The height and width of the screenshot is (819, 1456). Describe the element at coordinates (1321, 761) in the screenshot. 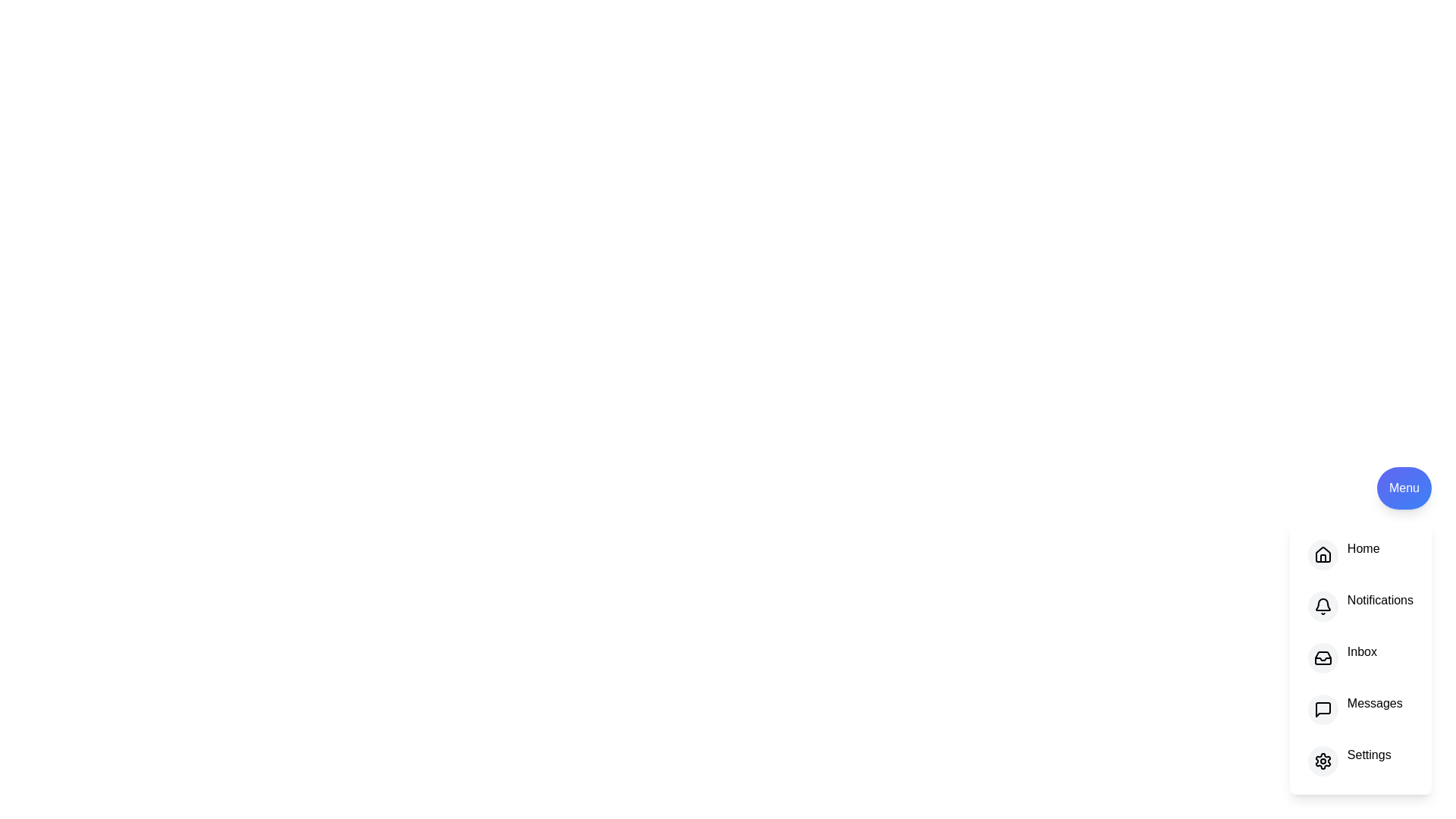

I see `the option Settings from the menu` at that location.